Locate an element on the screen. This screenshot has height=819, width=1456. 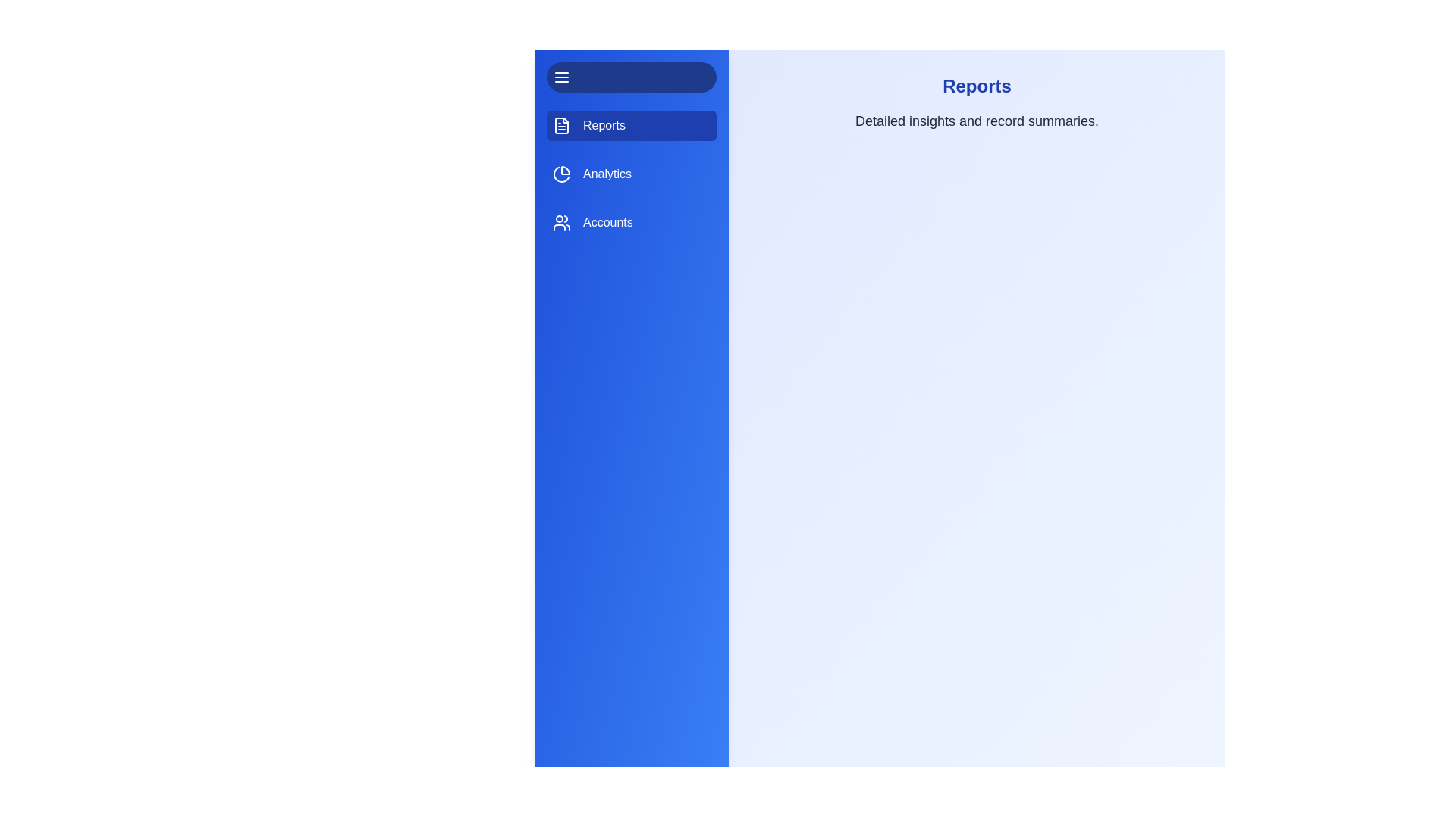
the tab labeled 'Accounts' to view its content is located at coordinates (632, 222).